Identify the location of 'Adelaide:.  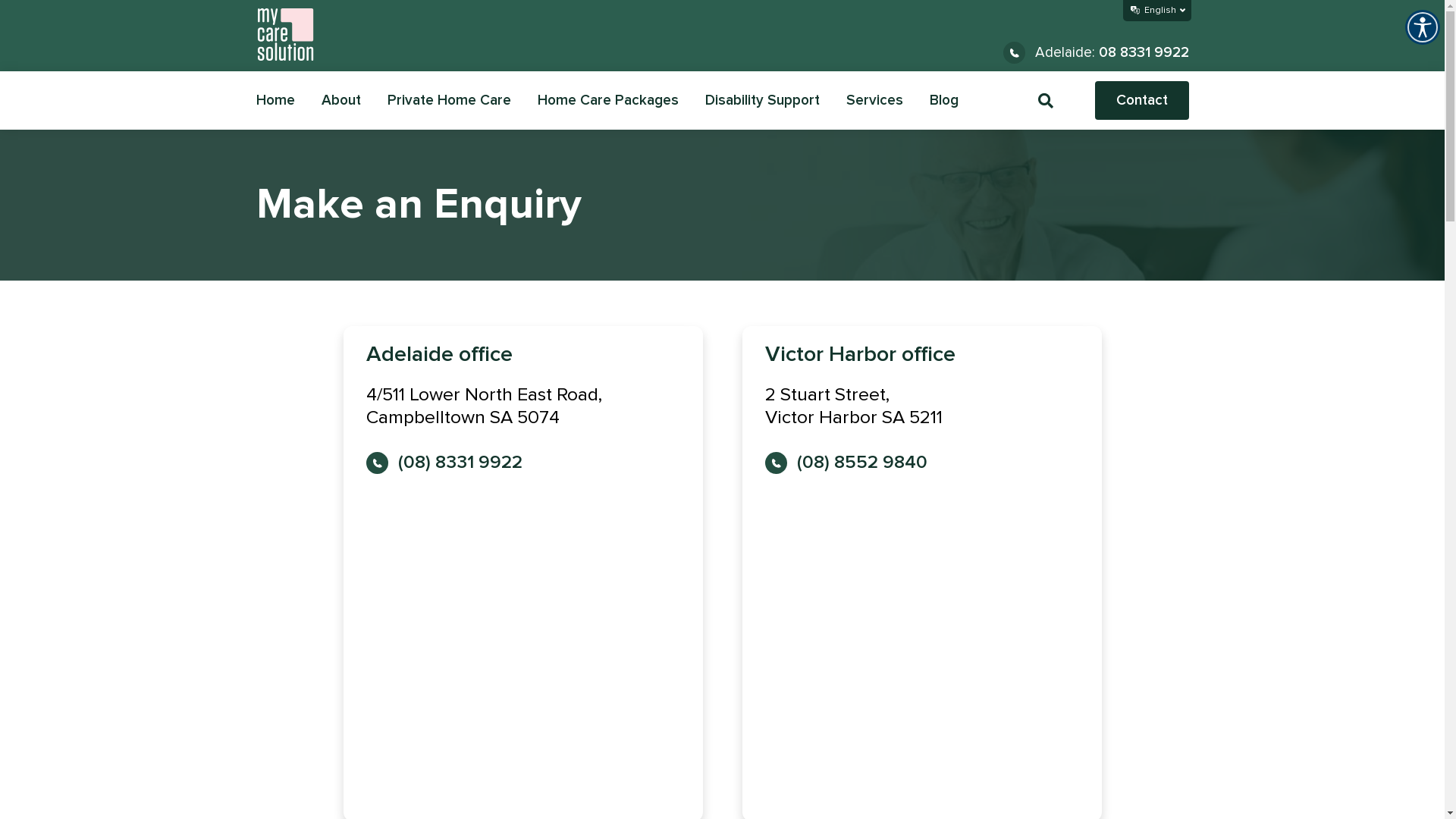
(1095, 52).